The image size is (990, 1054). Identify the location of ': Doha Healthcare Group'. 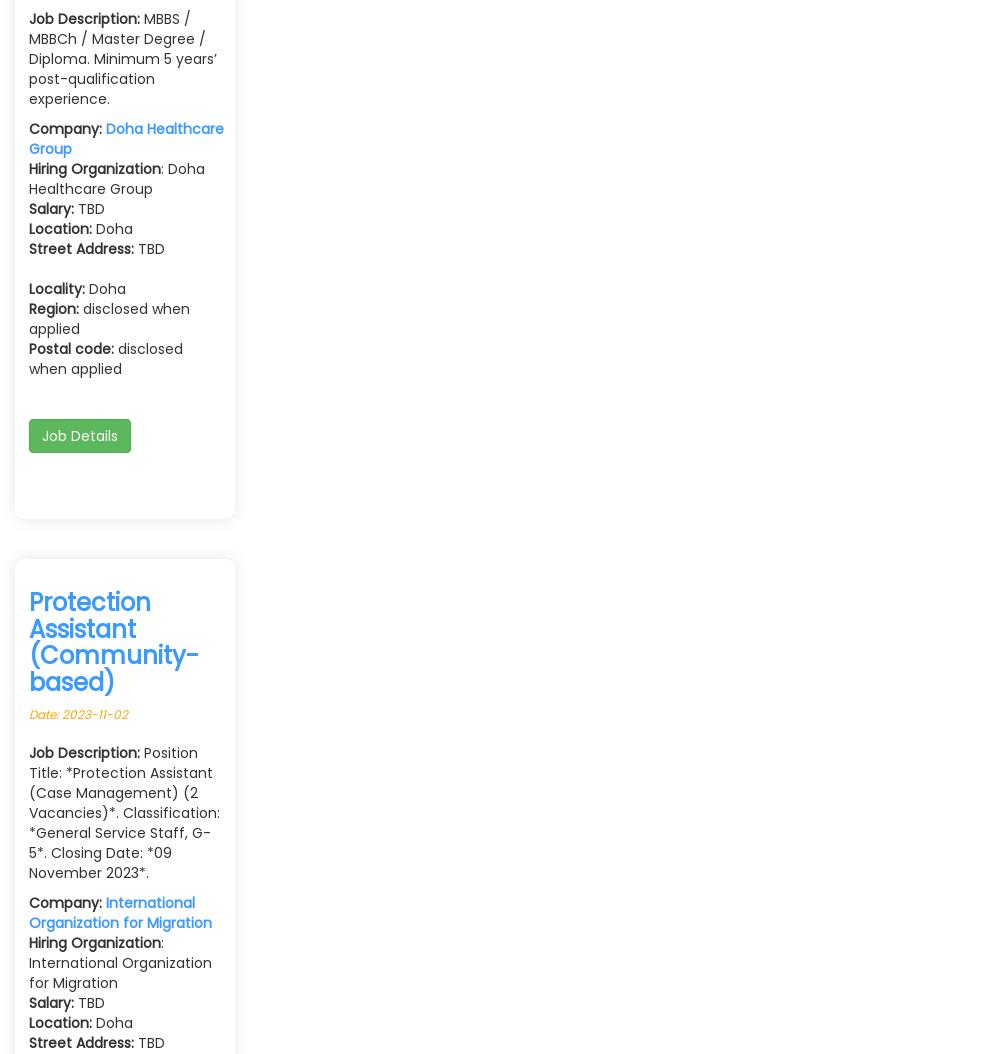
(28, 177).